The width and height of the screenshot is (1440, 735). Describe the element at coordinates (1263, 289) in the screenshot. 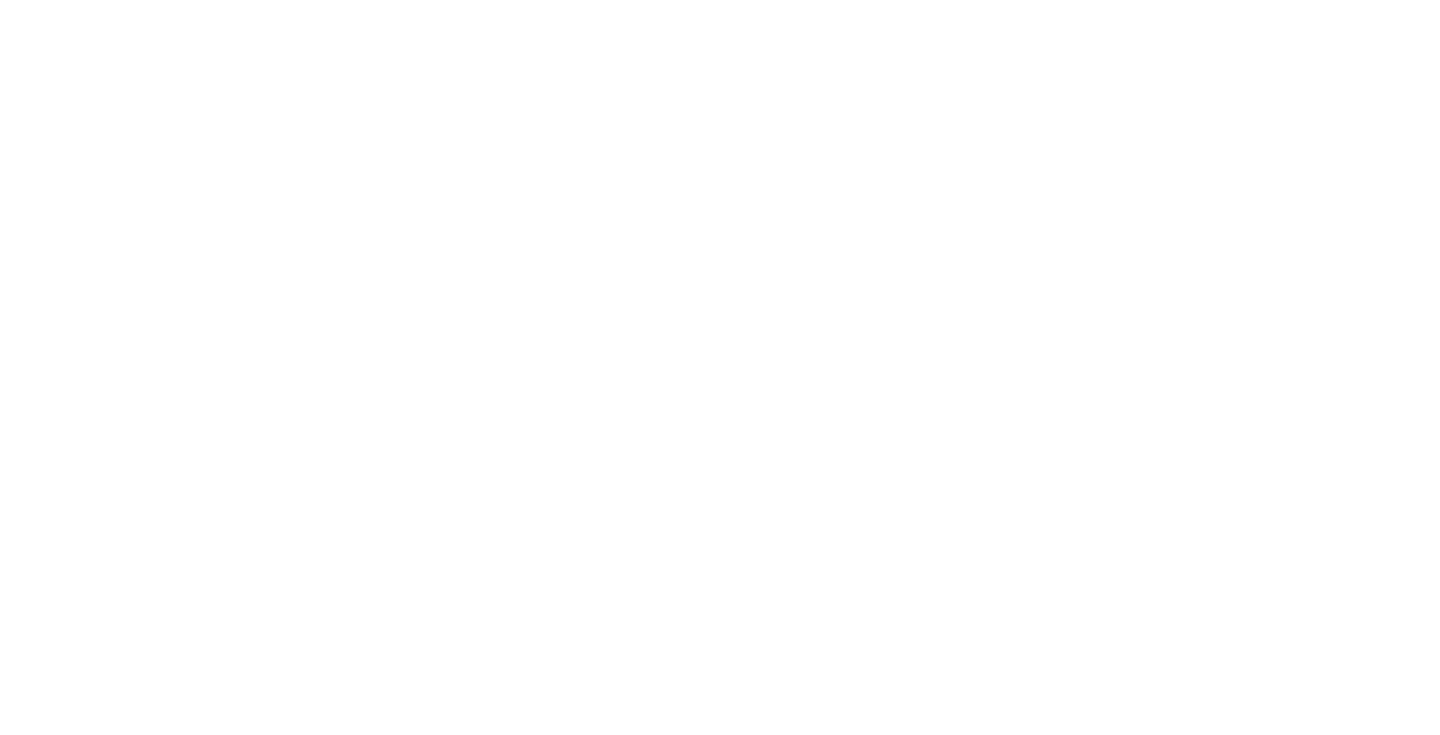

I see `'Visitors & Families'` at that location.